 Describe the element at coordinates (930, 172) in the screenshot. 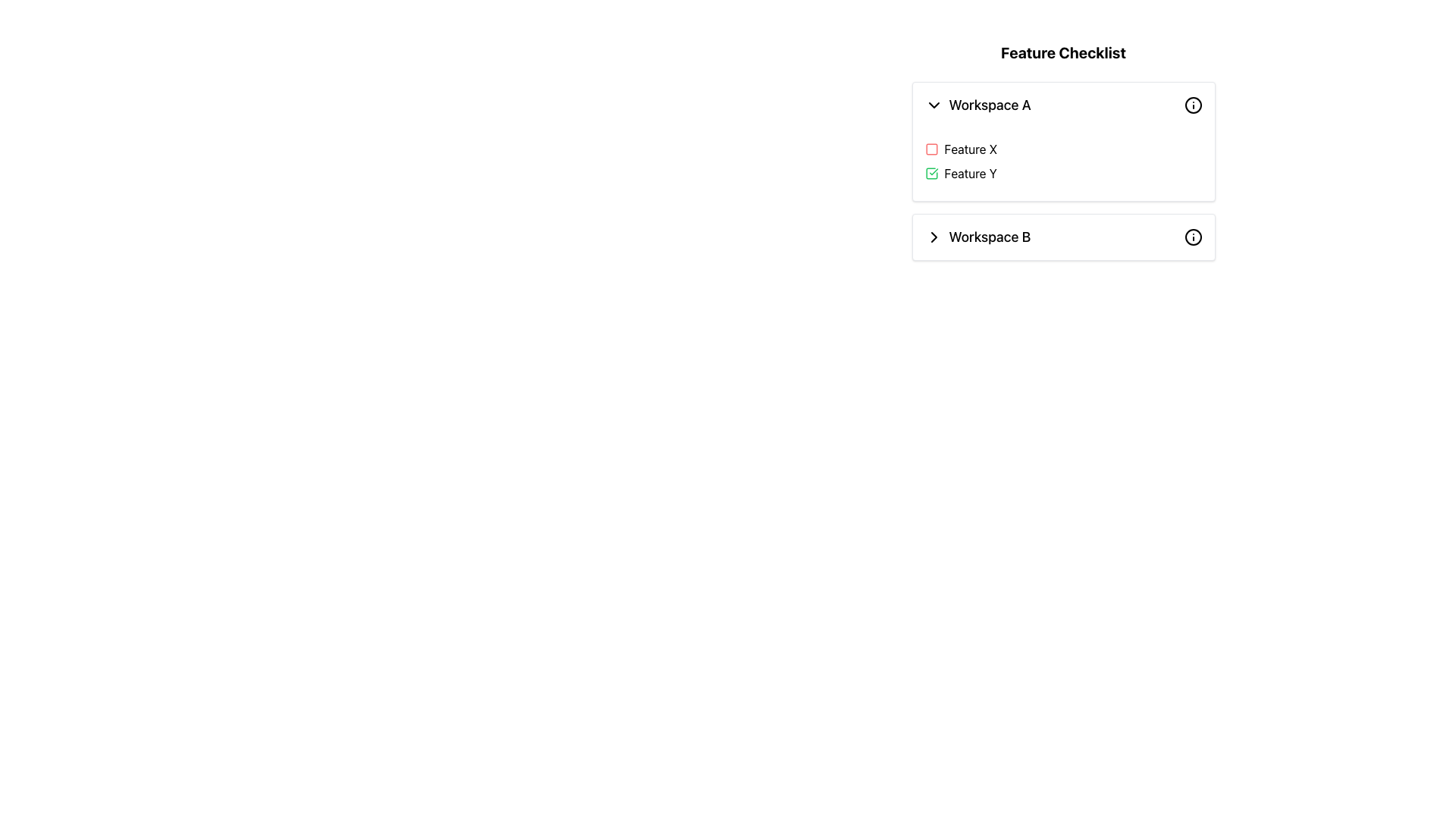

I see `the green checkmark icon of the Checkbox next to 'Feature Y'` at that location.